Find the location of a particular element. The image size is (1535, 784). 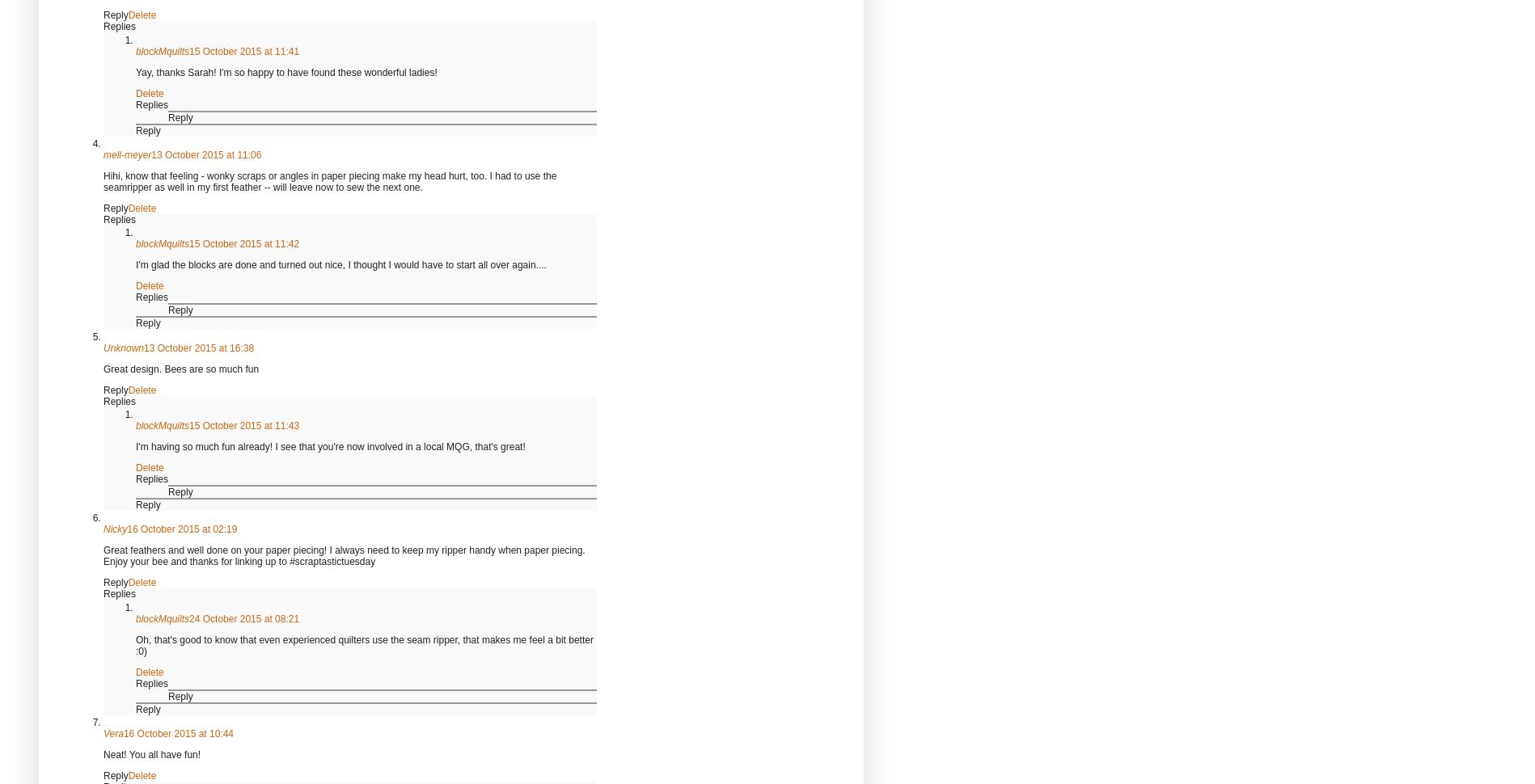

'16 October 2015 at 02:19' is located at coordinates (180, 529).